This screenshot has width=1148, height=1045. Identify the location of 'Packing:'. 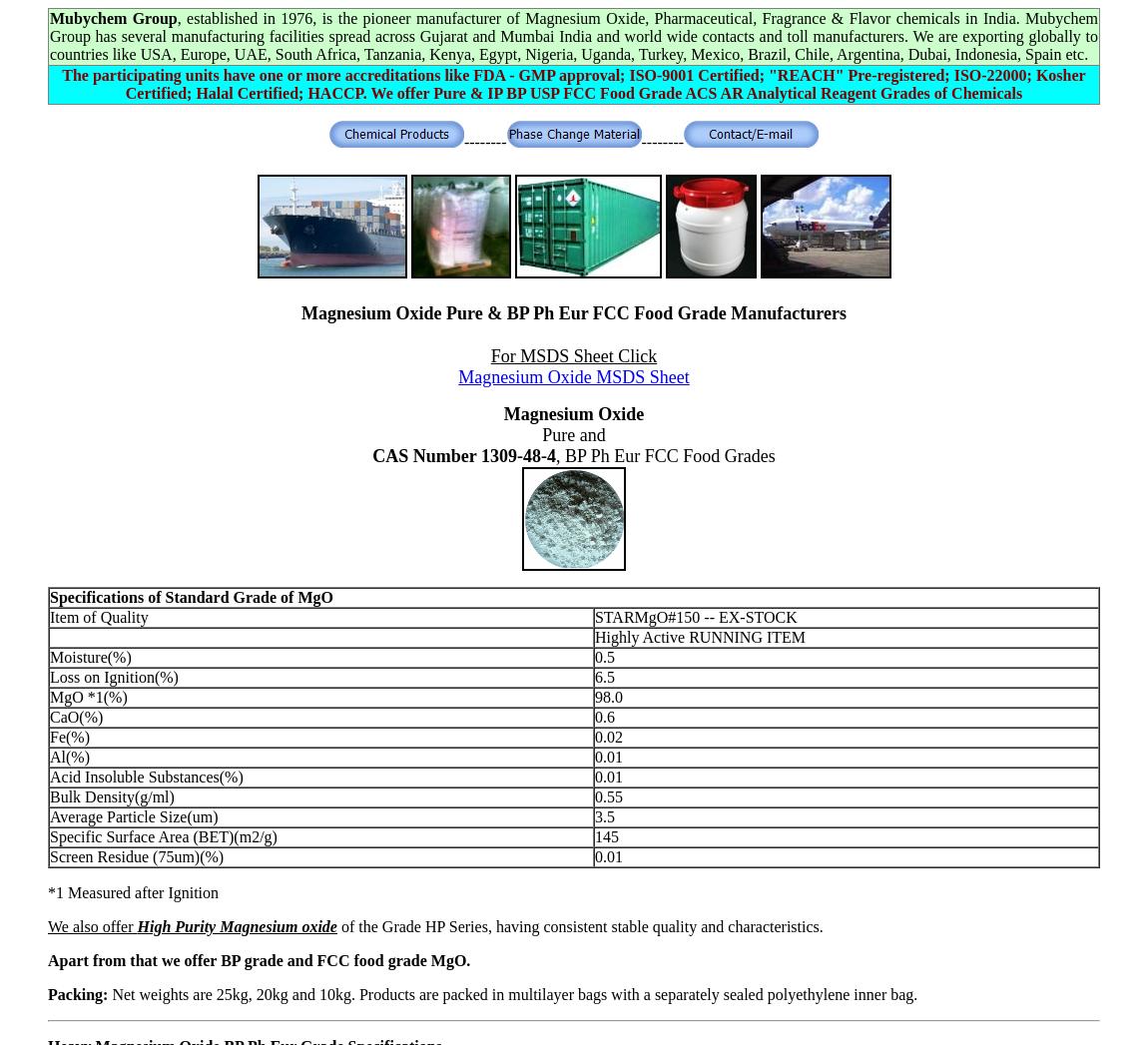
(79, 992).